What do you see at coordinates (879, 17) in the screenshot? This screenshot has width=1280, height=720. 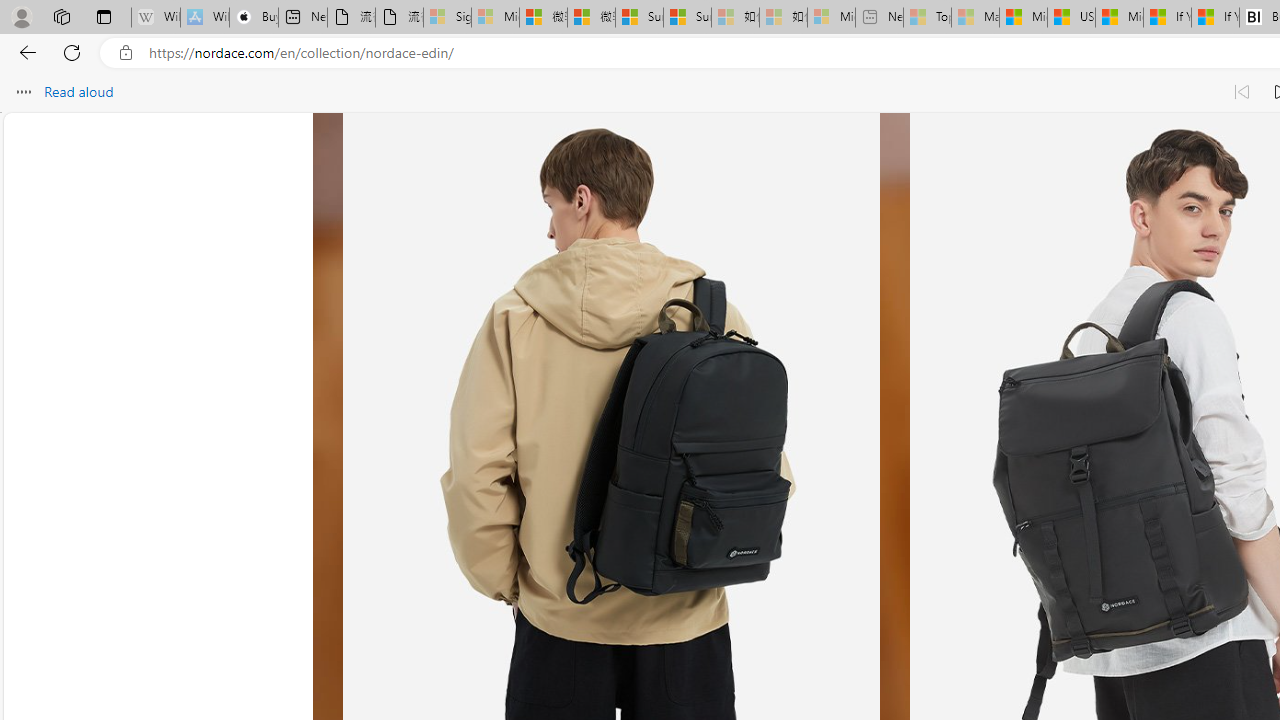 I see `'New tab - Sleeping'` at bounding box center [879, 17].